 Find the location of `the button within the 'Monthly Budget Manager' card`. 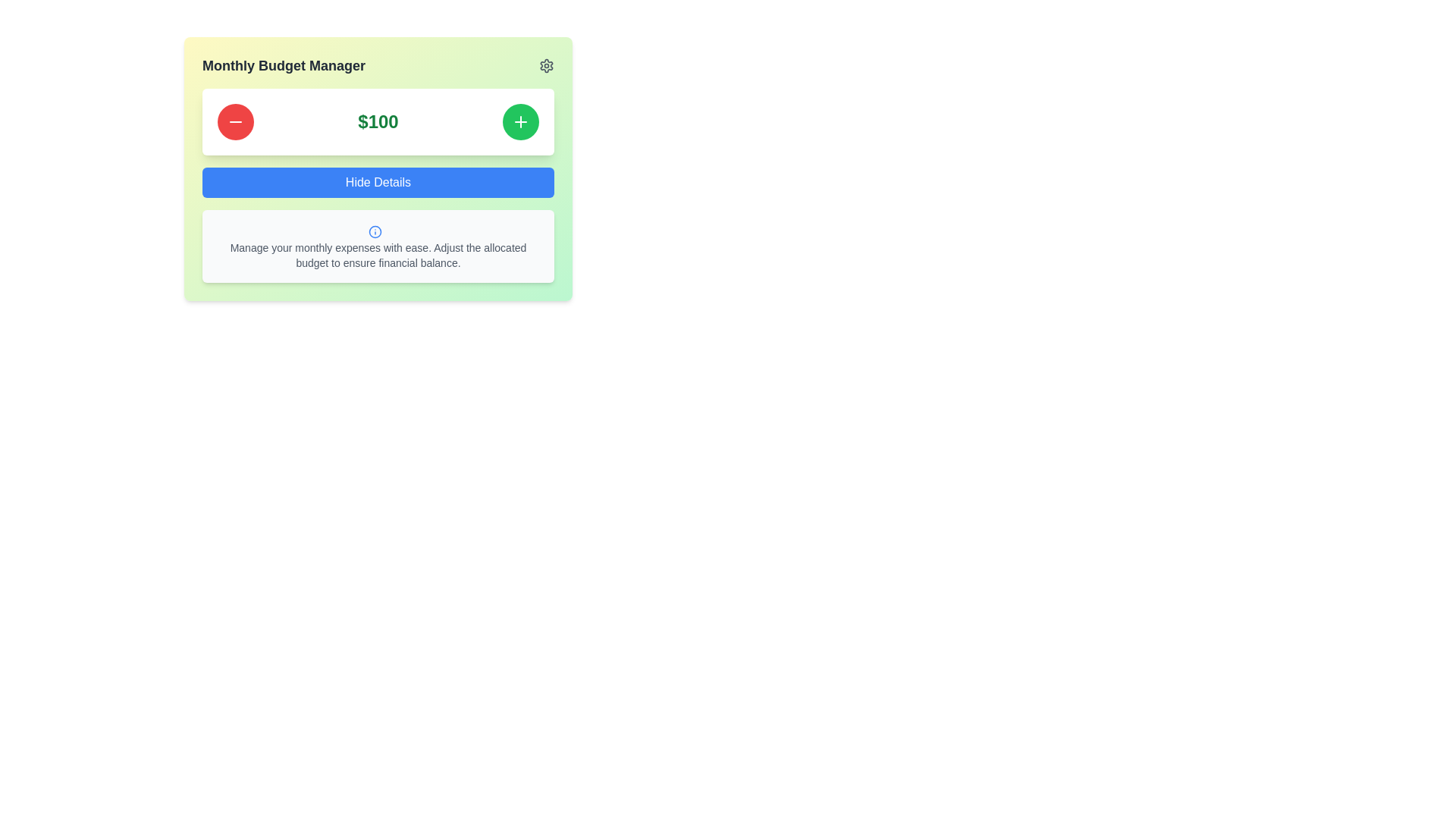

the button within the 'Monthly Budget Manager' card is located at coordinates (378, 185).